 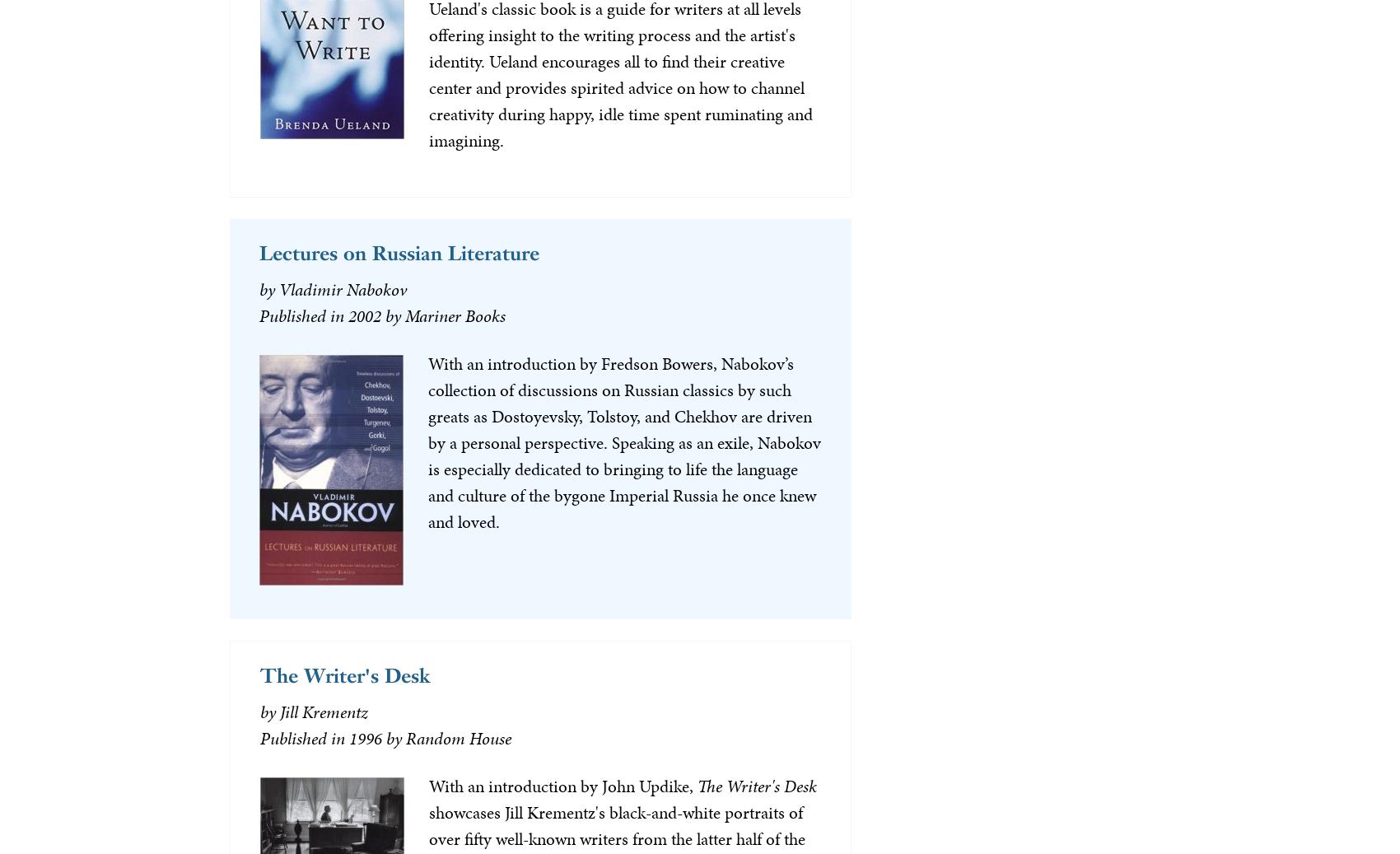 What do you see at coordinates (447, 737) in the screenshot?
I see `'by Random House'` at bounding box center [447, 737].